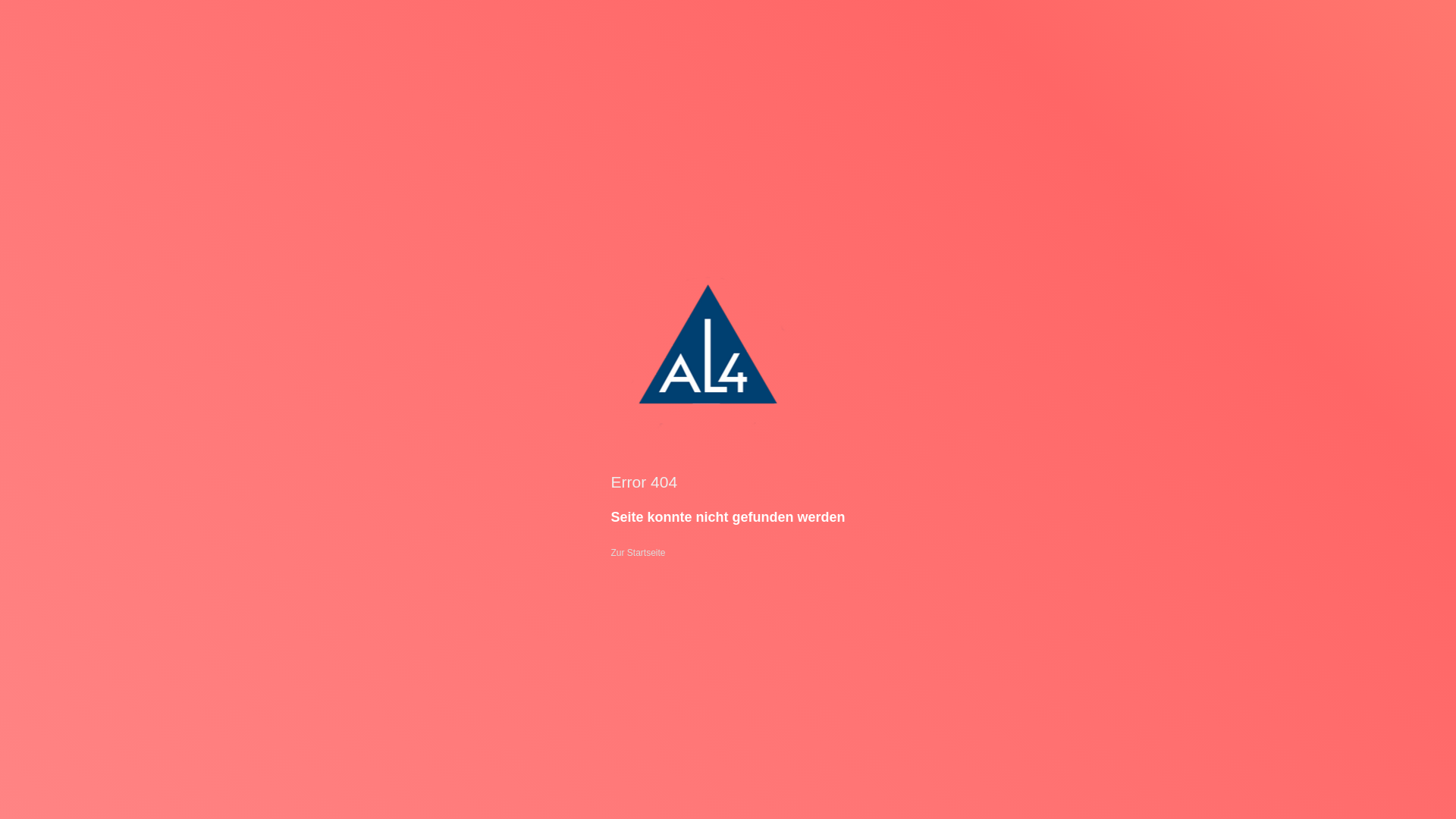 The image size is (1456, 819). I want to click on 'Zur Startseite', so click(610, 553).